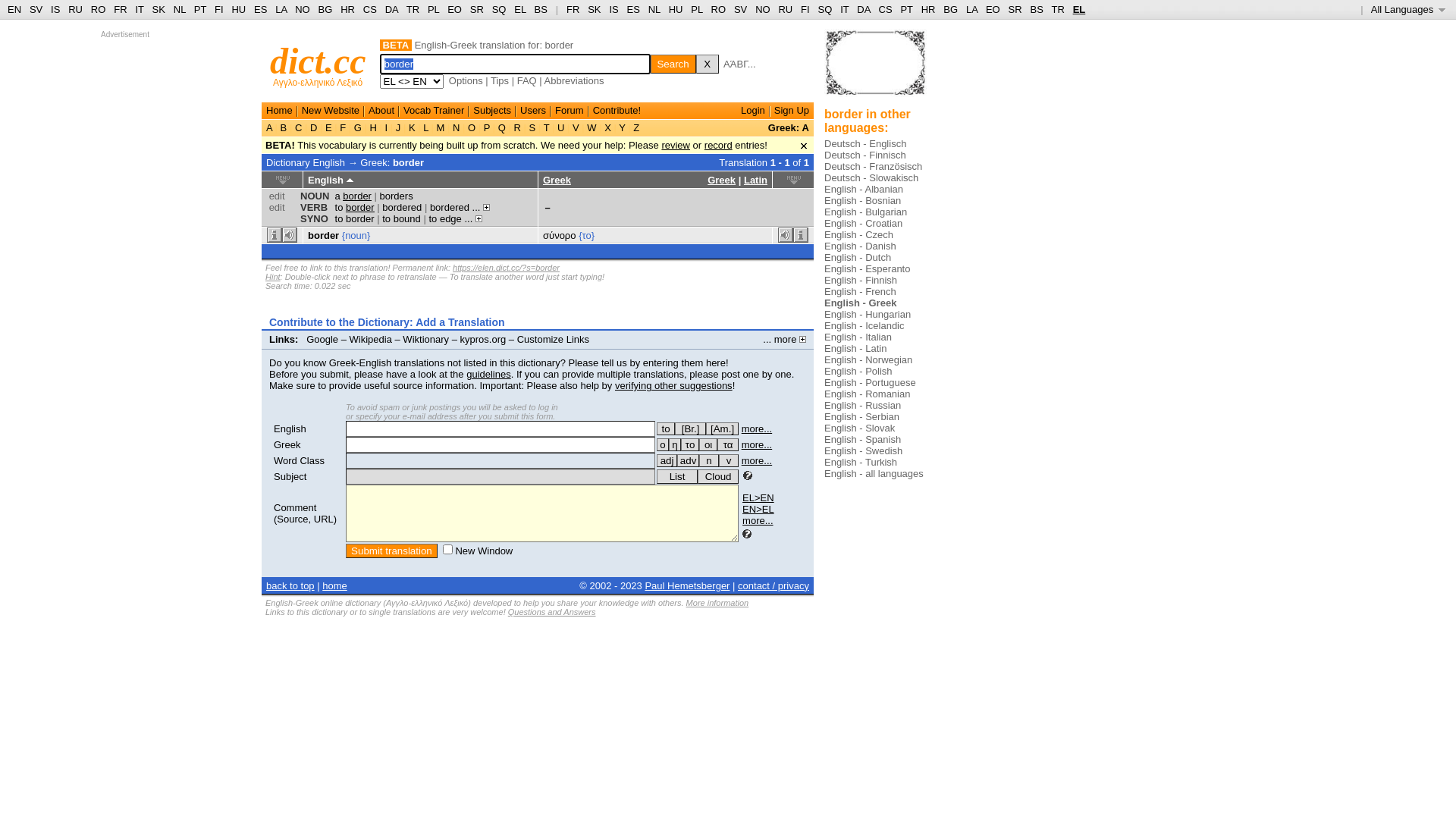 This screenshot has height=819, width=1456. What do you see at coordinates (743, 179) in the screenshot?
I see `'Latin'` at bounding box center [743, 179].